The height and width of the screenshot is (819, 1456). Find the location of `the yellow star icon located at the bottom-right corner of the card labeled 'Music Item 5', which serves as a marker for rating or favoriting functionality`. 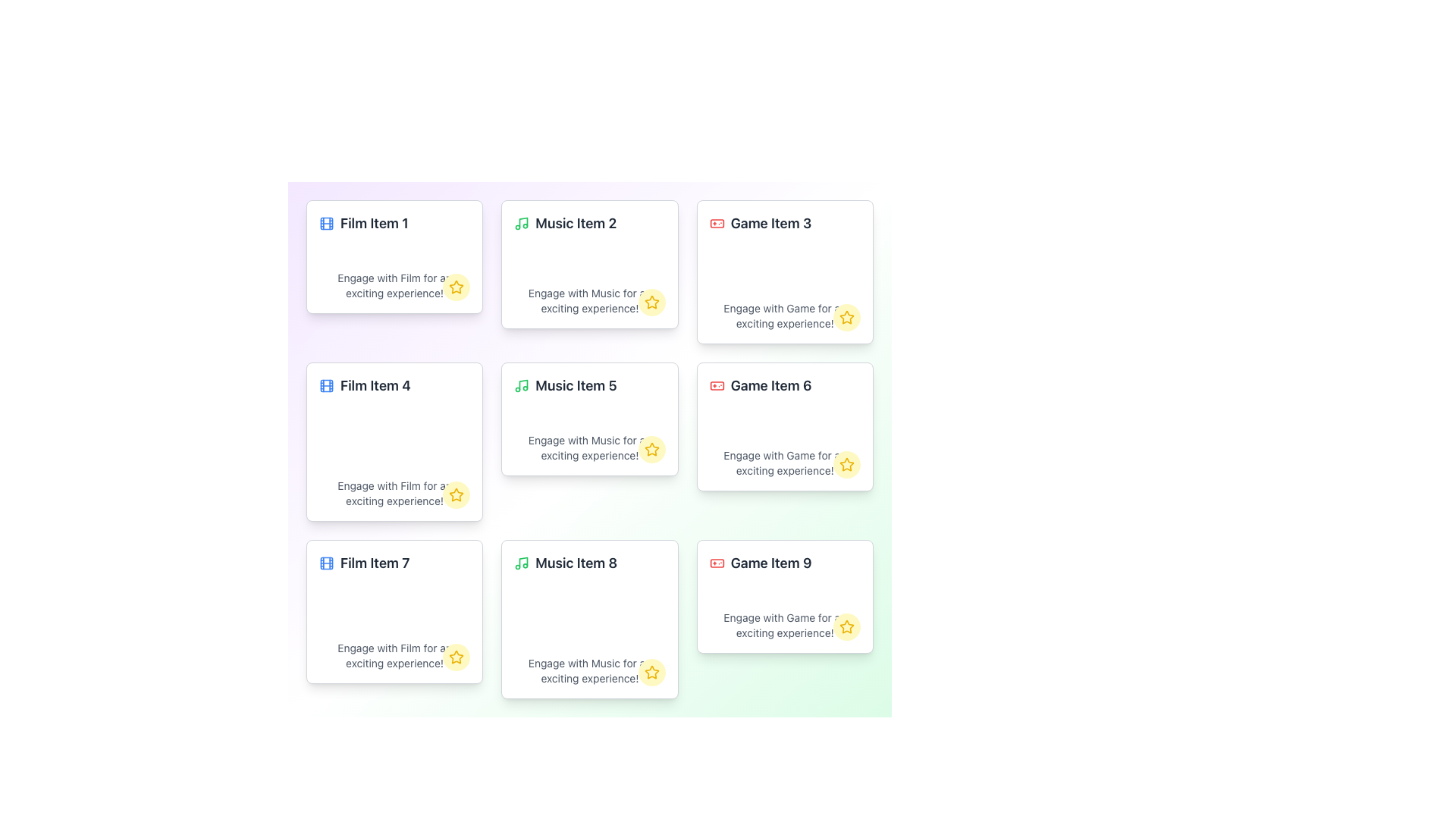

the yellow star icon located at the bottom-right corner of the card labeled 'Music Item 5', which serves as a marker for rating or favoriting functionality is located at coordinates (651, 448).